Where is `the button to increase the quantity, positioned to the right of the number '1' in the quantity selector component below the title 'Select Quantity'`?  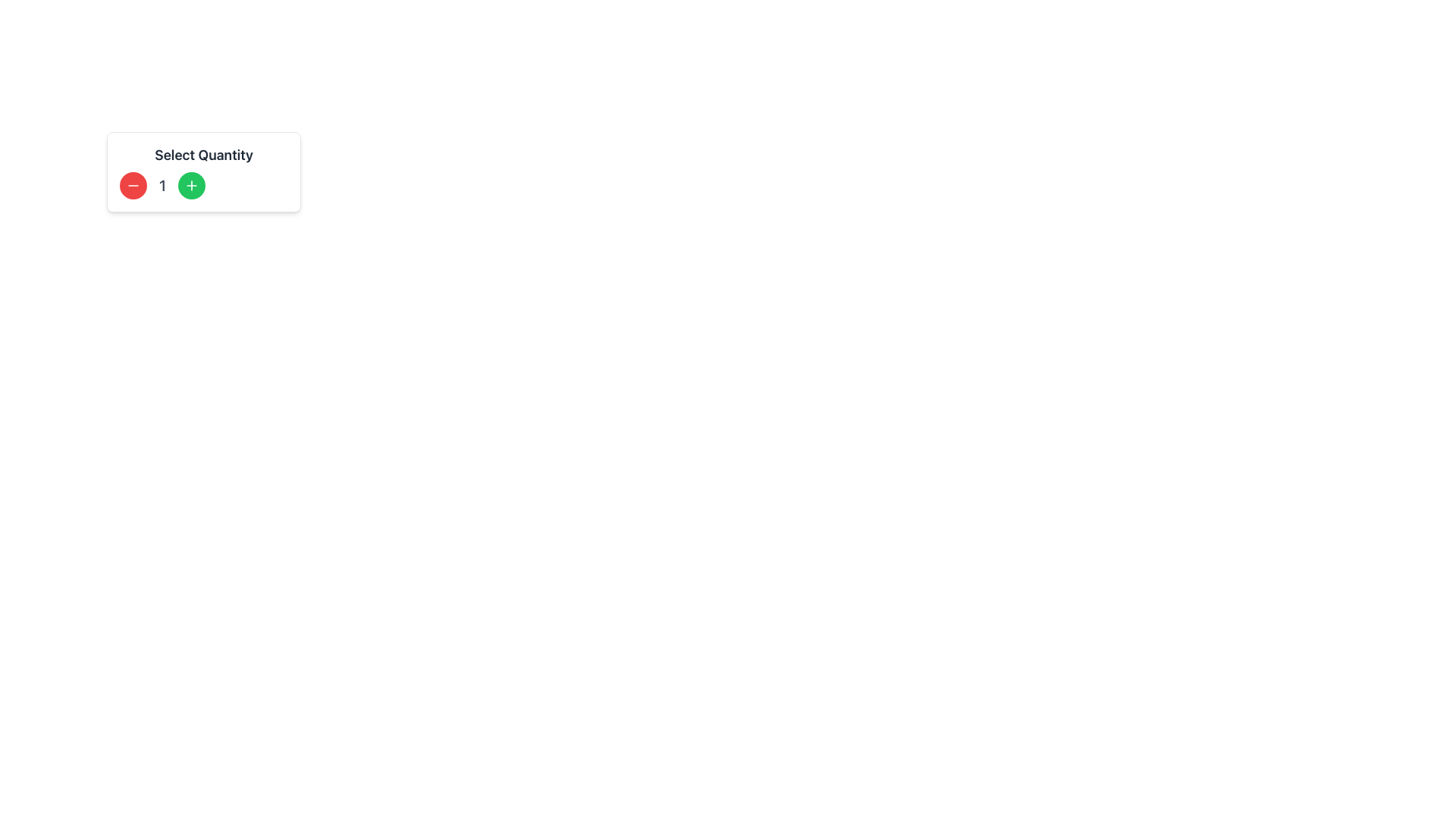 the button to increase the quantity, positioned to the right of the number '1' in the quantity selector component below the title 'Select Quantity' is located at coordinates (191, 185).